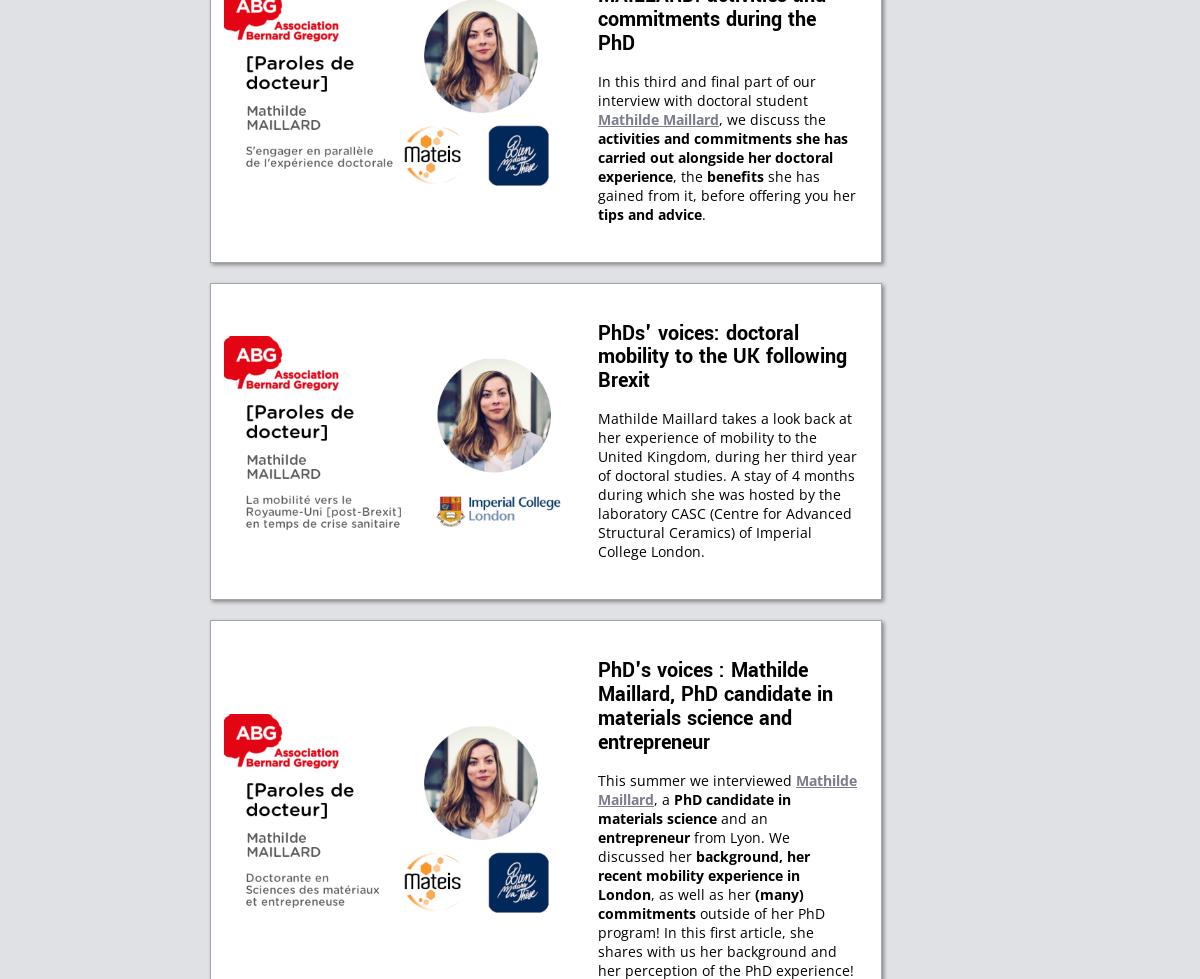 Image resolution: width=1200 pixels, height=979 pixels. Describe the element at coordinates (596, 185) in the screenshot. I see `'she has gained from it, before offering you her'` at that location.